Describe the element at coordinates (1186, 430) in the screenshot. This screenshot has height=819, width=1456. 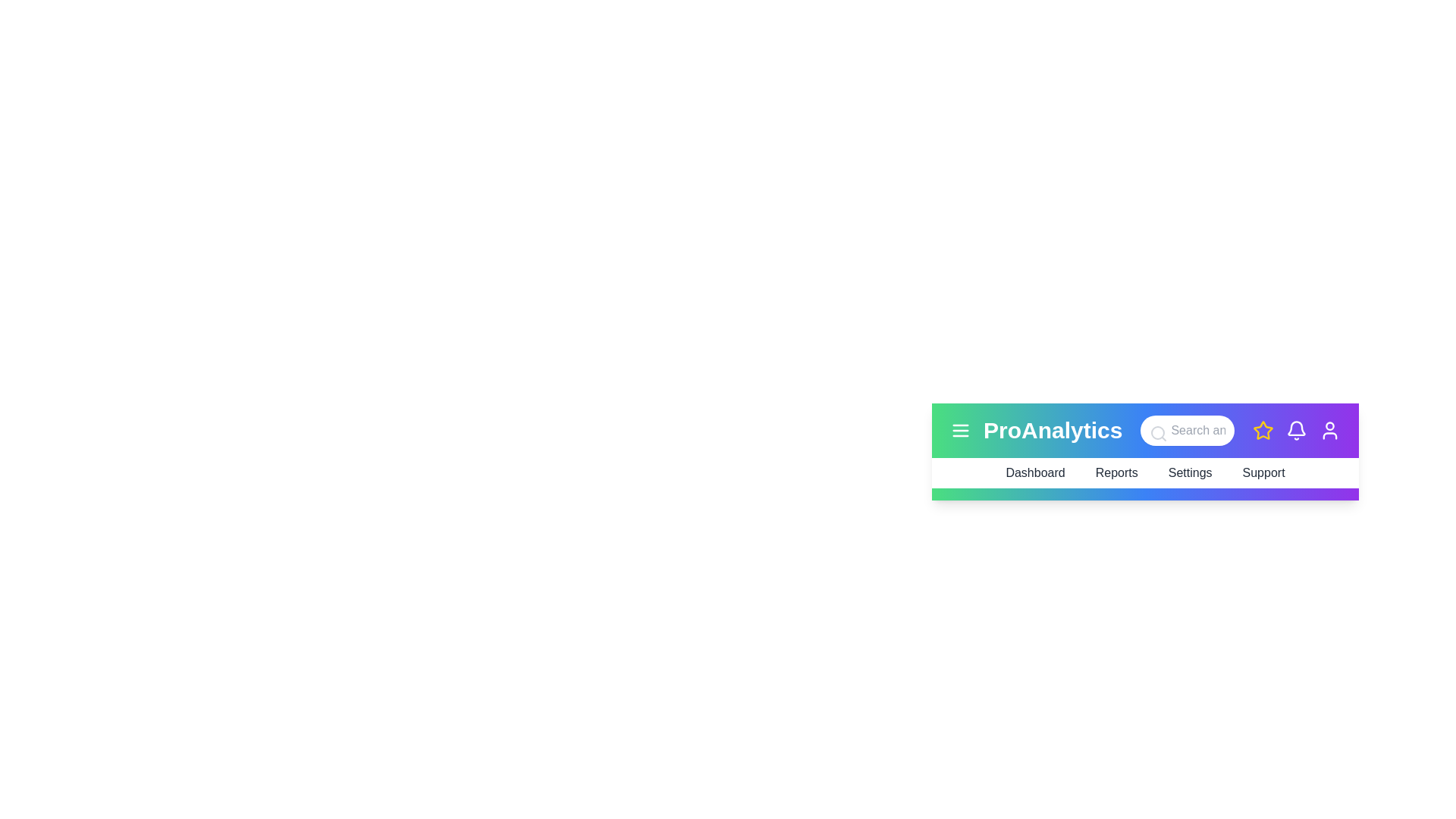
I see `the search bar and type the text 'analytics'` at that location.